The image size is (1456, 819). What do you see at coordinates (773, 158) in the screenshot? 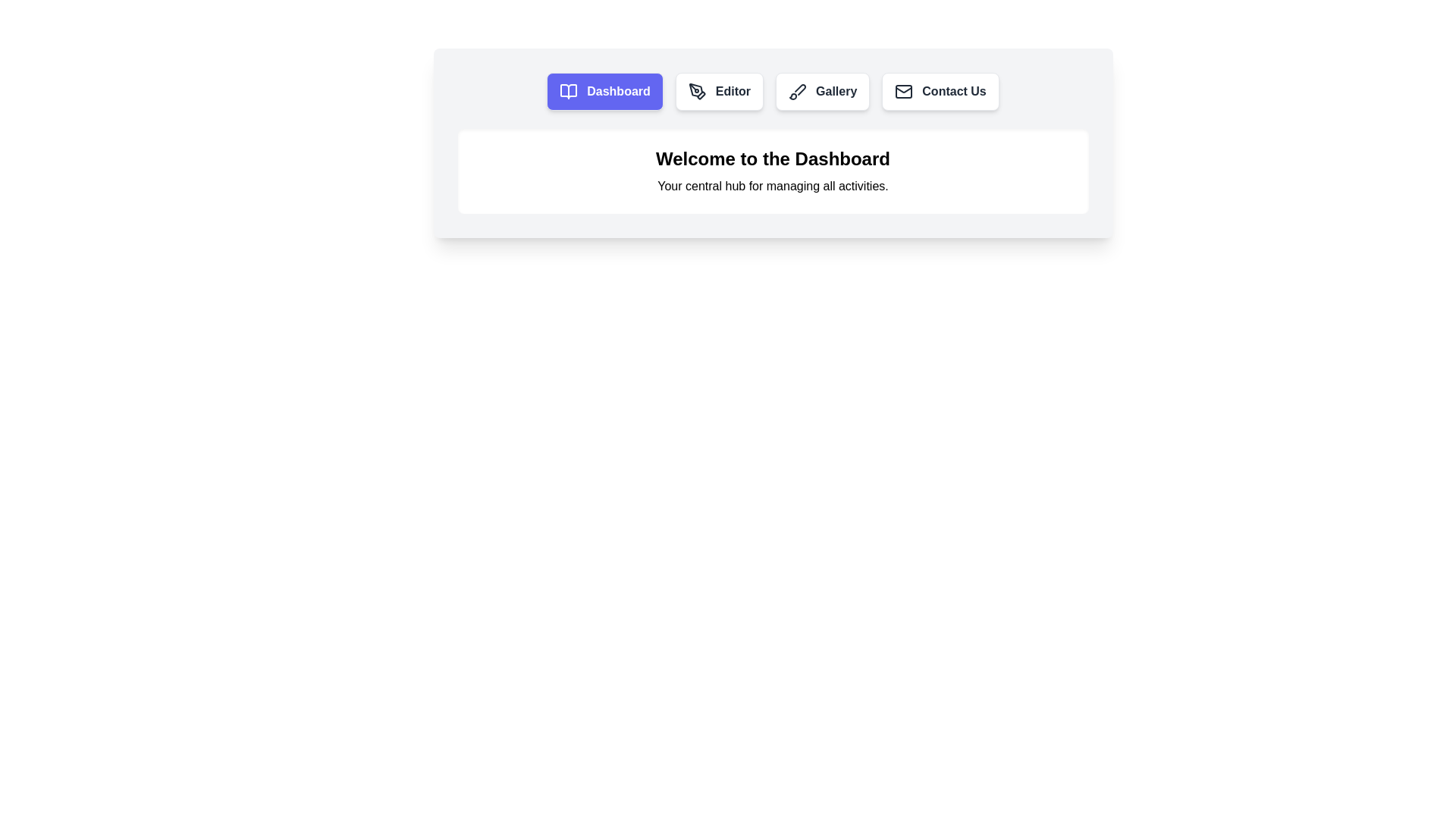
I see `header text 'Welcome to the Dashboard.' which is the topmost textual element styled in bold and larger font` at bounding box center [773, 158].